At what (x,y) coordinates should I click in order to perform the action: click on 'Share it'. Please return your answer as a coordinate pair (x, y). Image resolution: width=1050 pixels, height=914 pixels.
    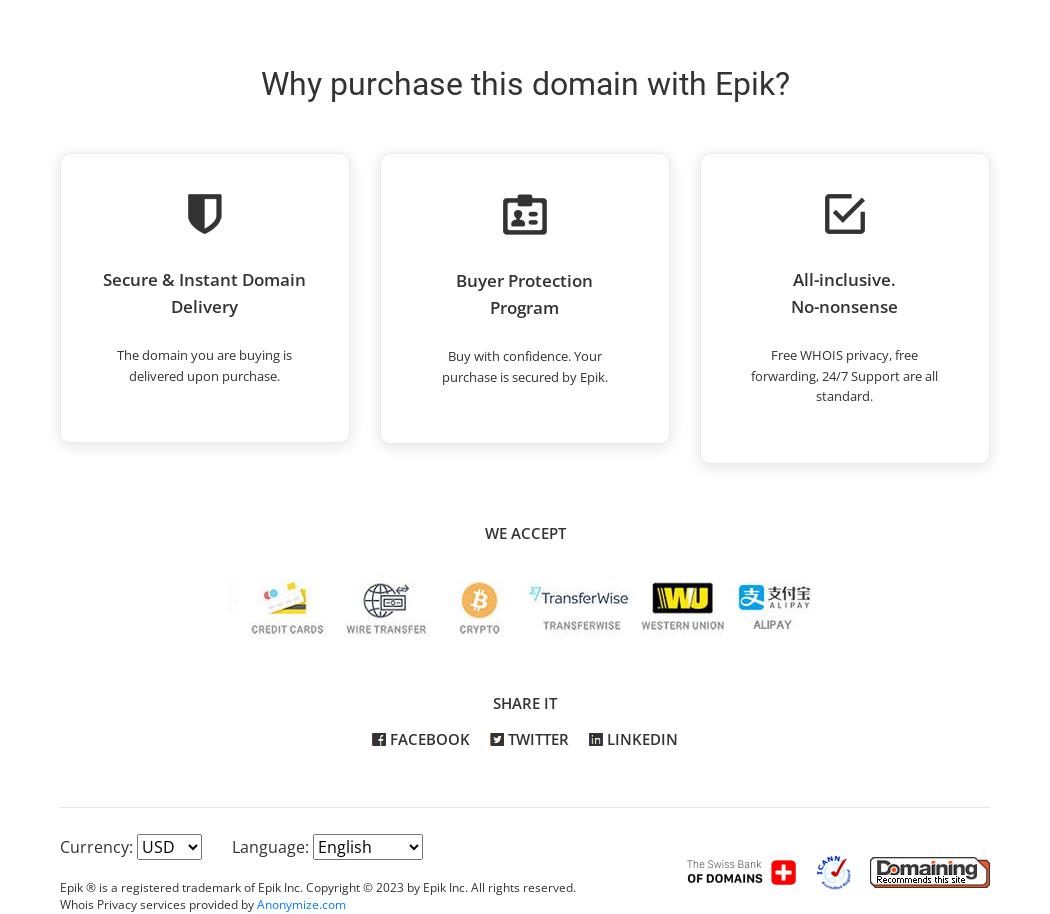
    Looking at the image, I should click on (525, 701).